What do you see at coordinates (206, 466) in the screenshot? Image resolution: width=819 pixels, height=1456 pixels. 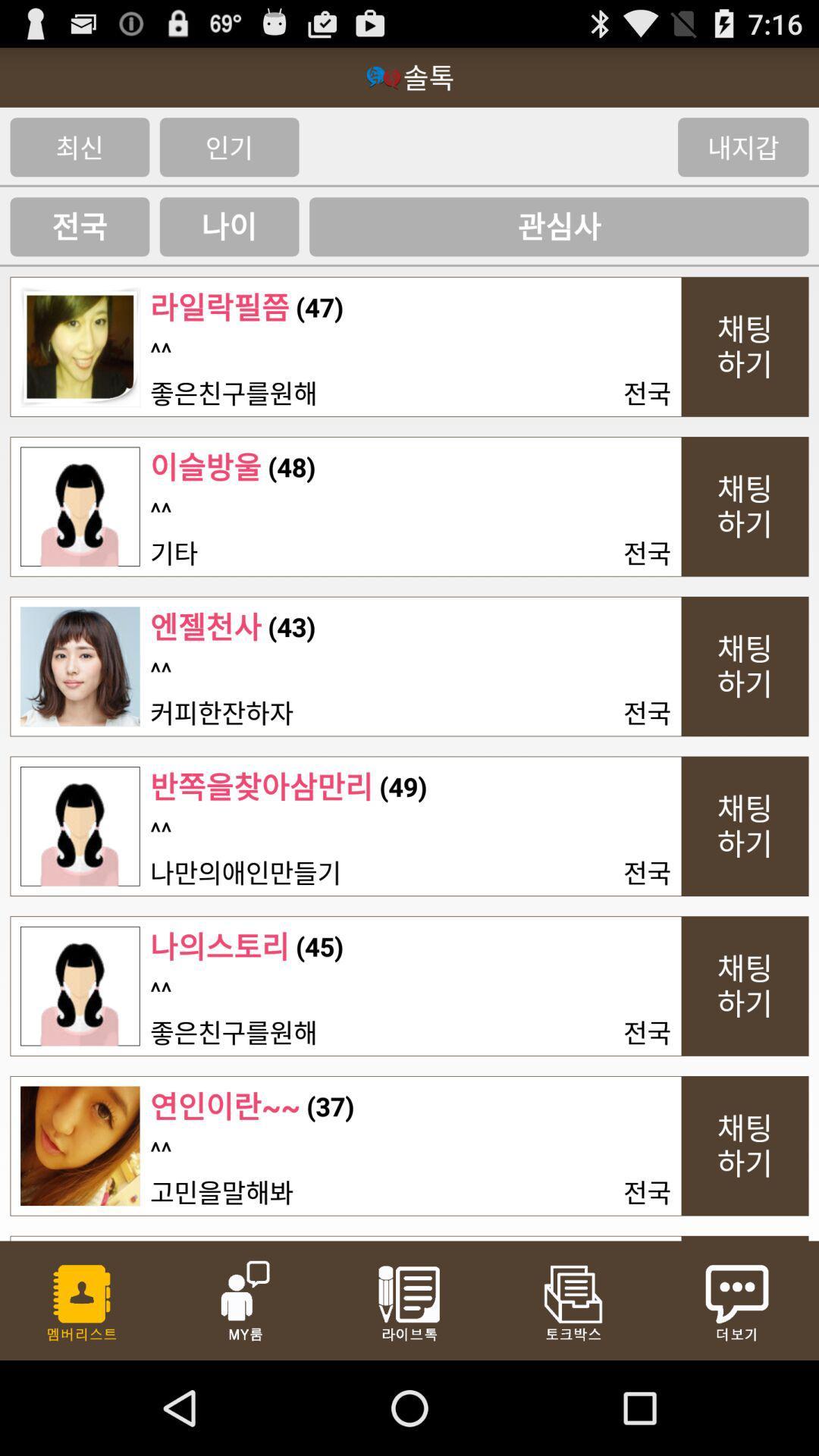 I see `item next to  (48)` at bounding box center [206, 466].